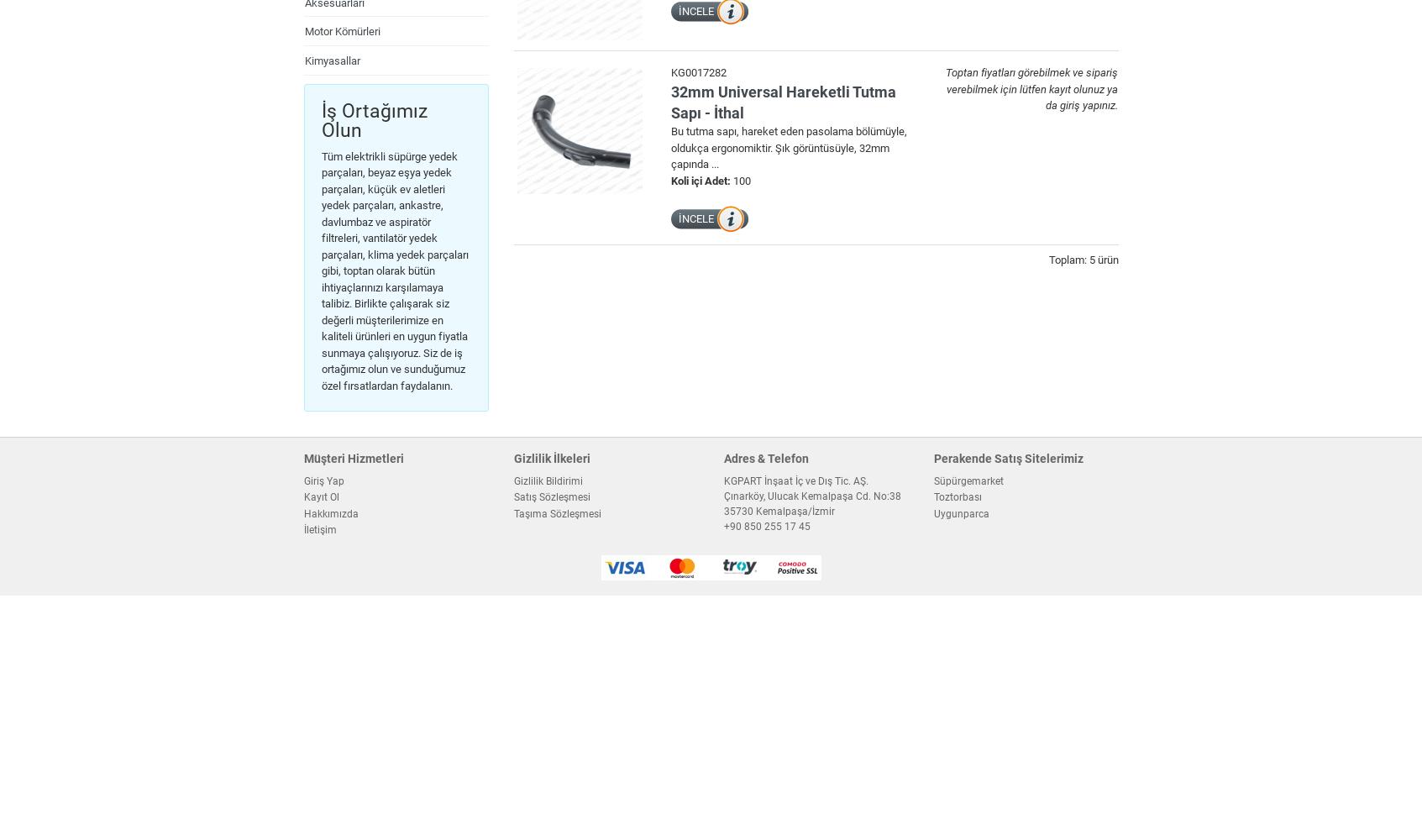  I want to click on 'Adres & Telefon', so click(765, 458).